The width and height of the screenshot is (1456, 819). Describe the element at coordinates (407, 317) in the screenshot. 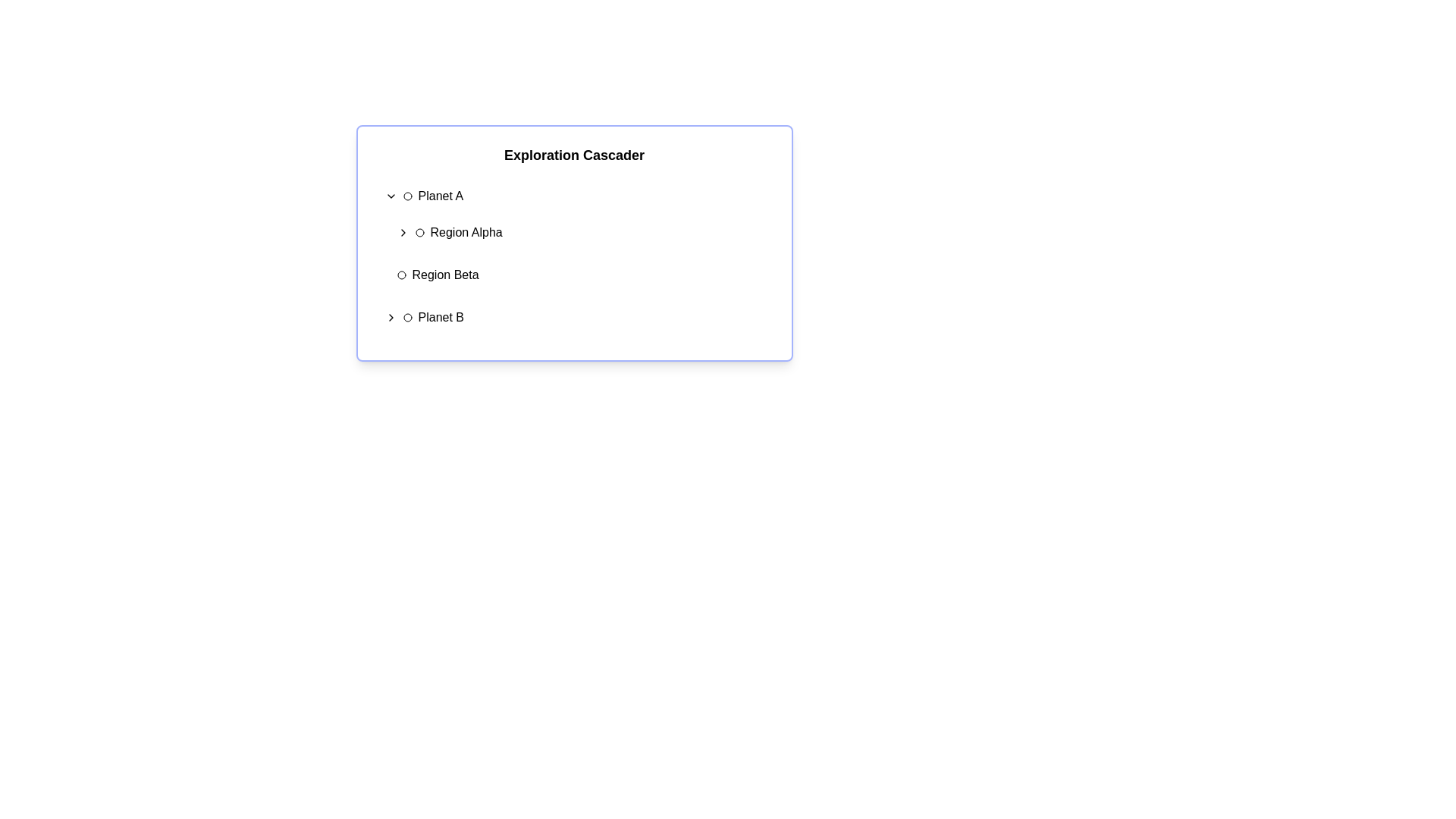

I see `the circle icon outlined in black, associated with the label 'Planet B'` at that location.